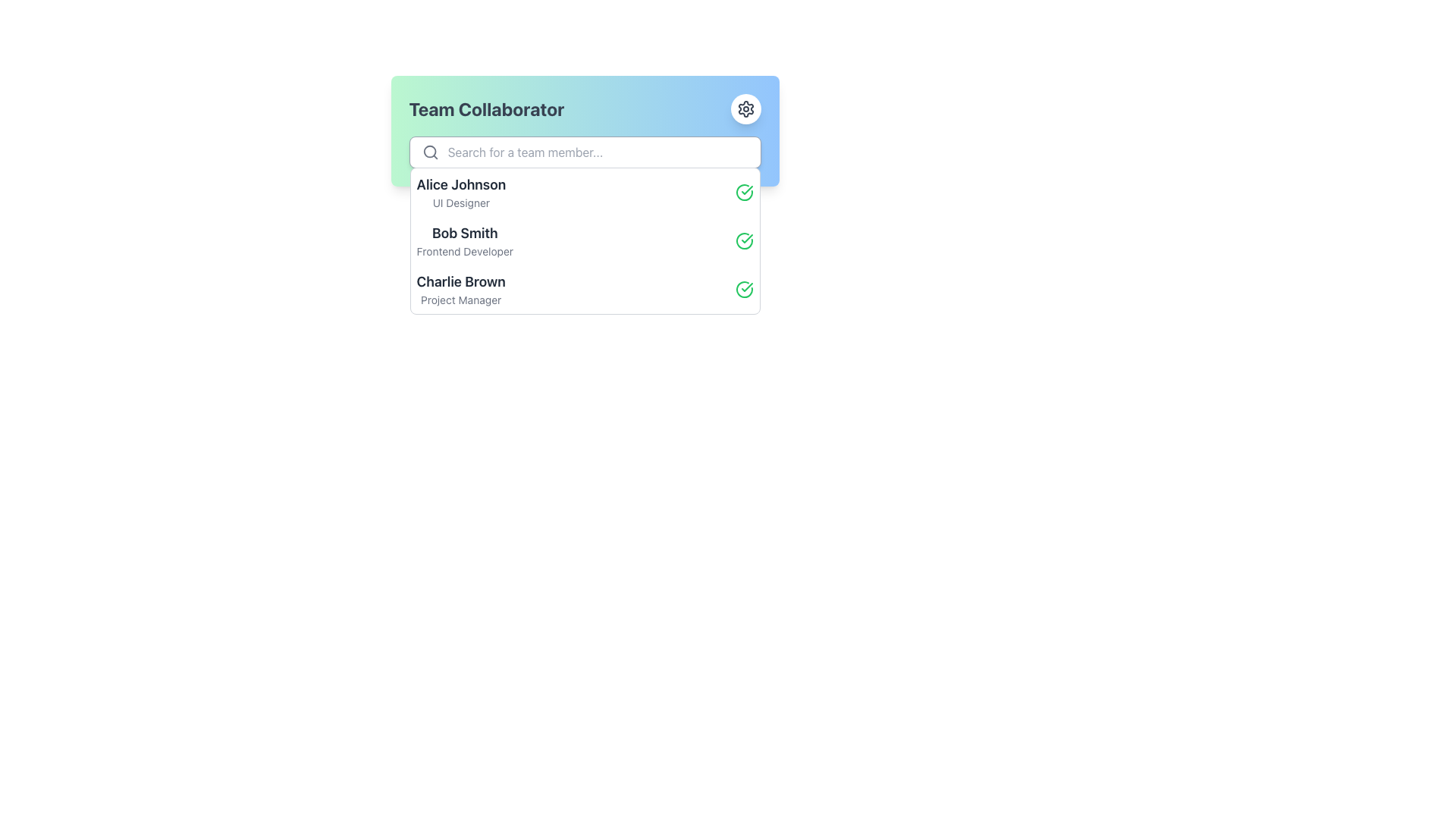 The width and height of the screenshot is (1456, 819). Describe the element at coordinates (745, 108) in the screenshot. I see `the gear icon in the top-right corner of the layout` at that location.